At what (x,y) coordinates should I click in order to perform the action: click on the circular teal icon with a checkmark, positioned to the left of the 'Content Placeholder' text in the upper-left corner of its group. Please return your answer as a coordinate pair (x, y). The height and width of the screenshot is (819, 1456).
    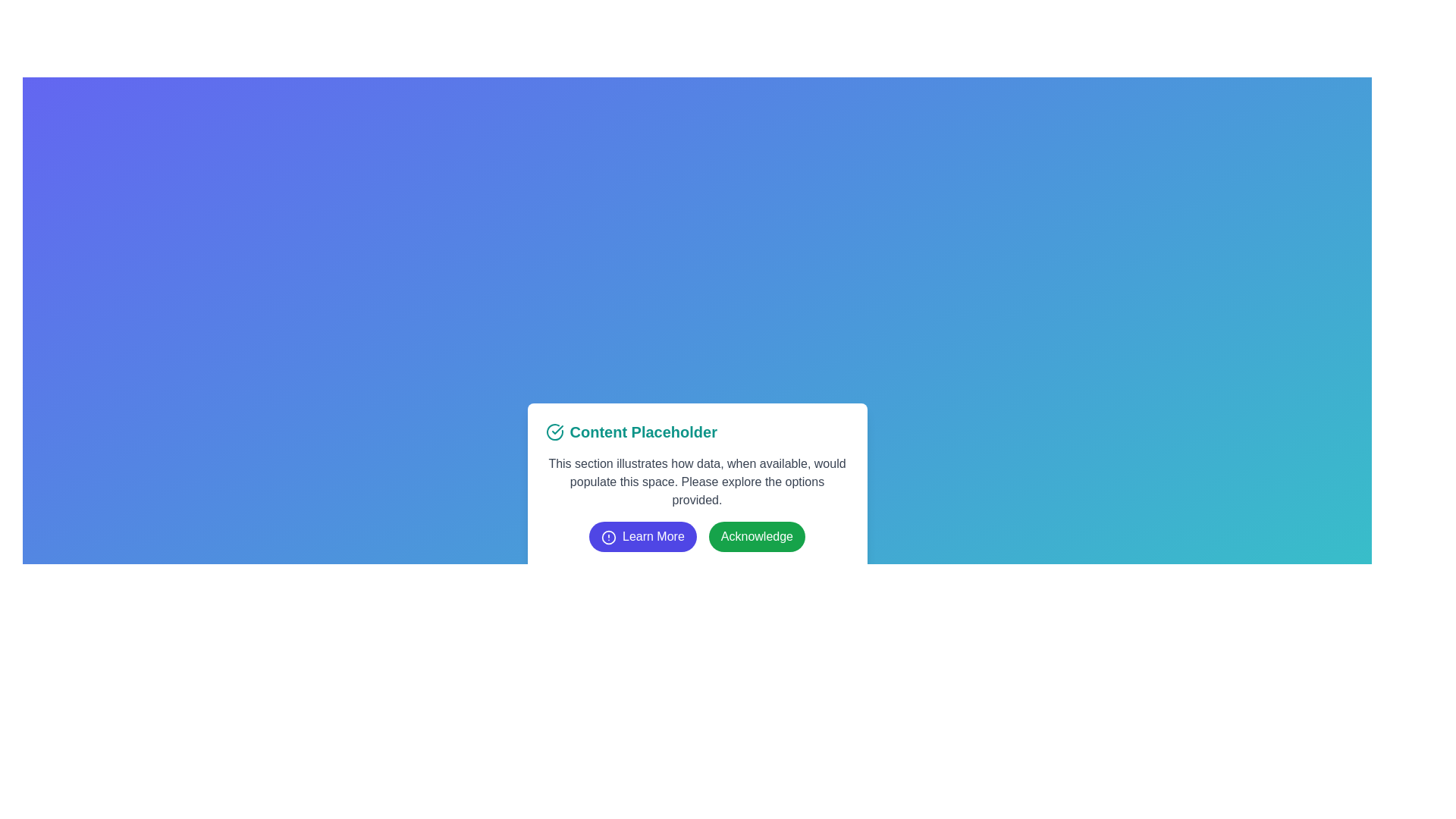
    Looking at the image, I should click on (554, 432).